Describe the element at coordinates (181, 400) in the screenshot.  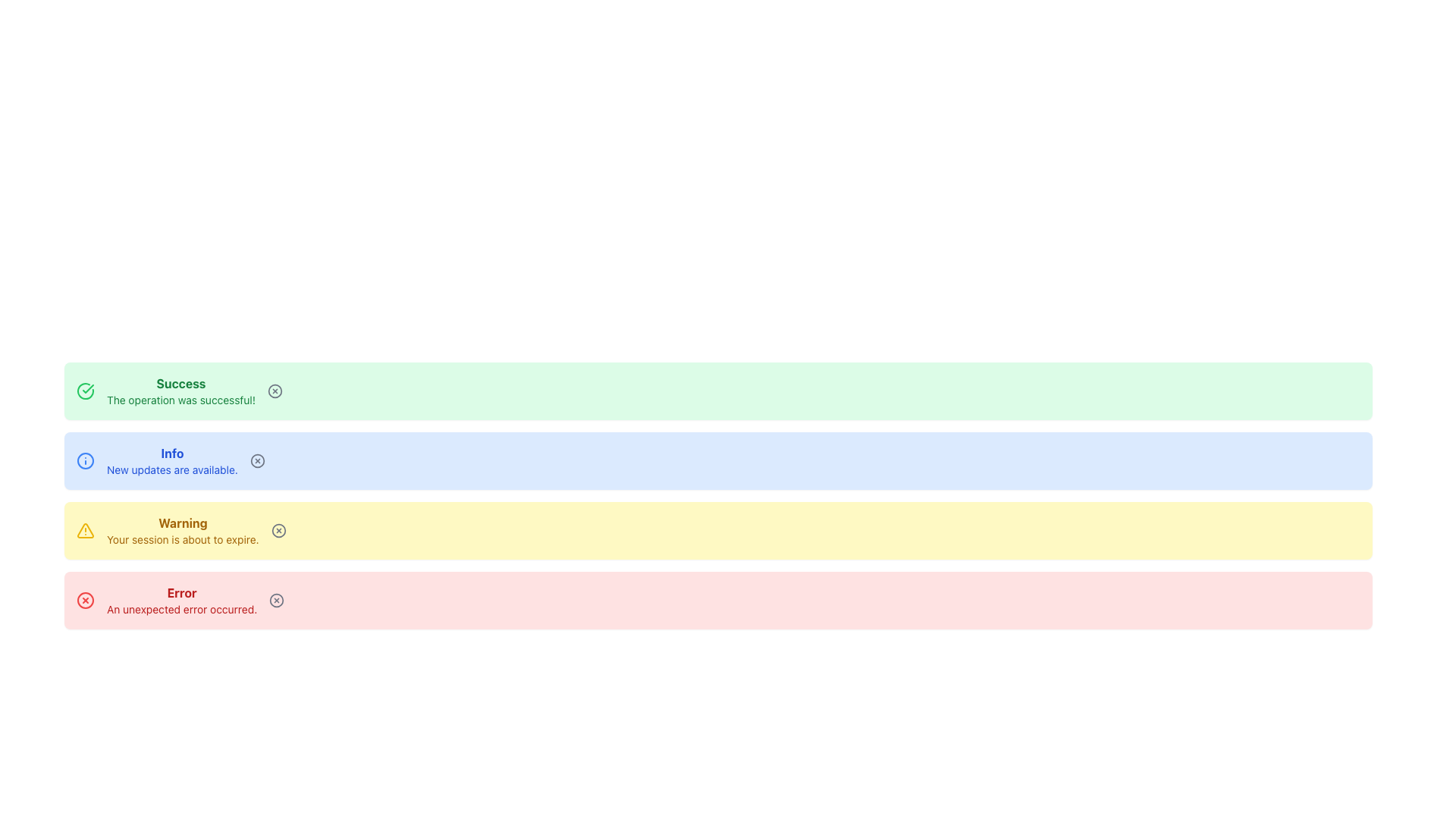
I see `the text label reading 'The operation was successful!' which is positioned below the 'Success' heading in the green notification box` at that location.